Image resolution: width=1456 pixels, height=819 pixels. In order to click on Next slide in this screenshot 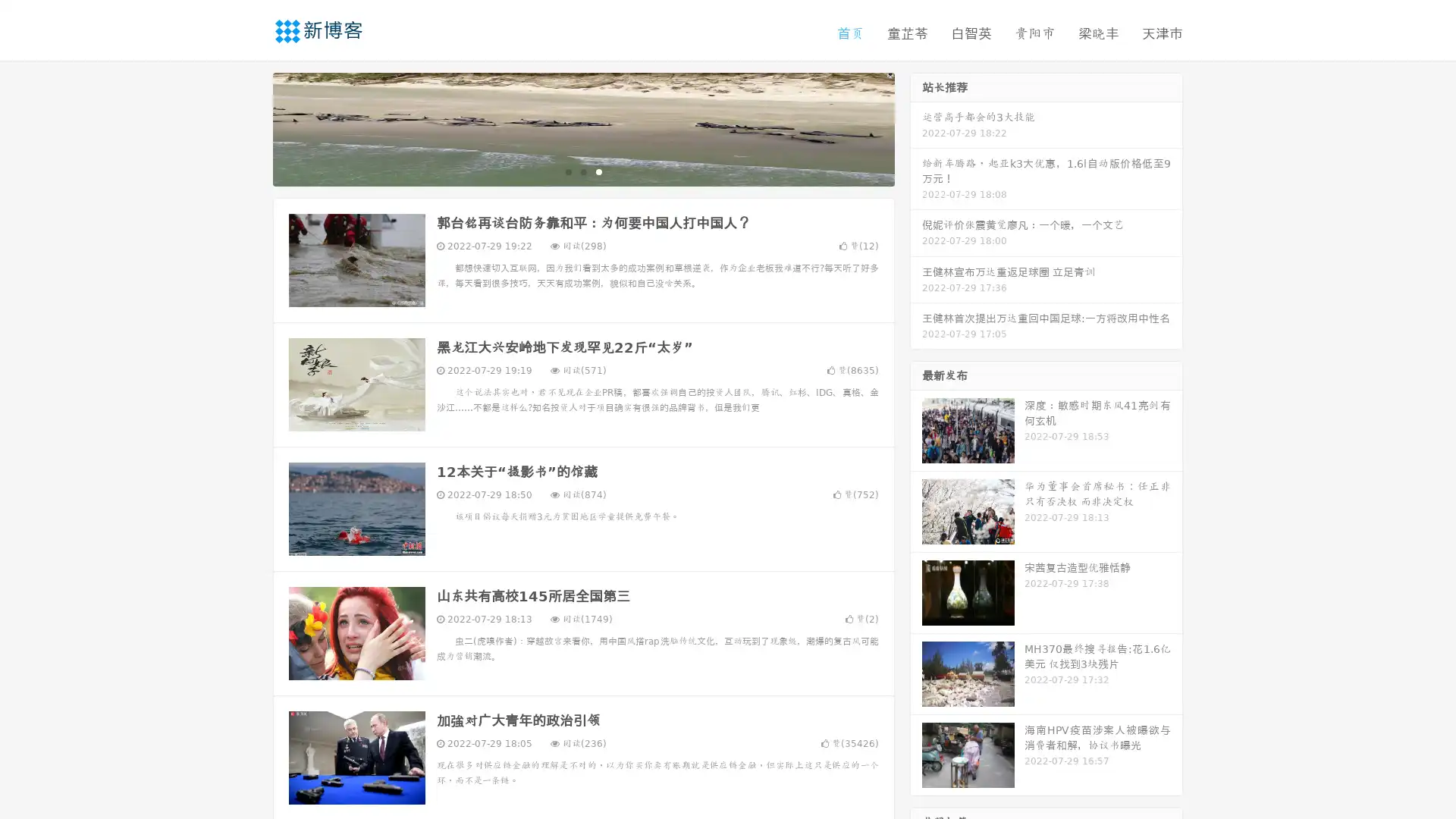, I will do `click(916, 127)`.